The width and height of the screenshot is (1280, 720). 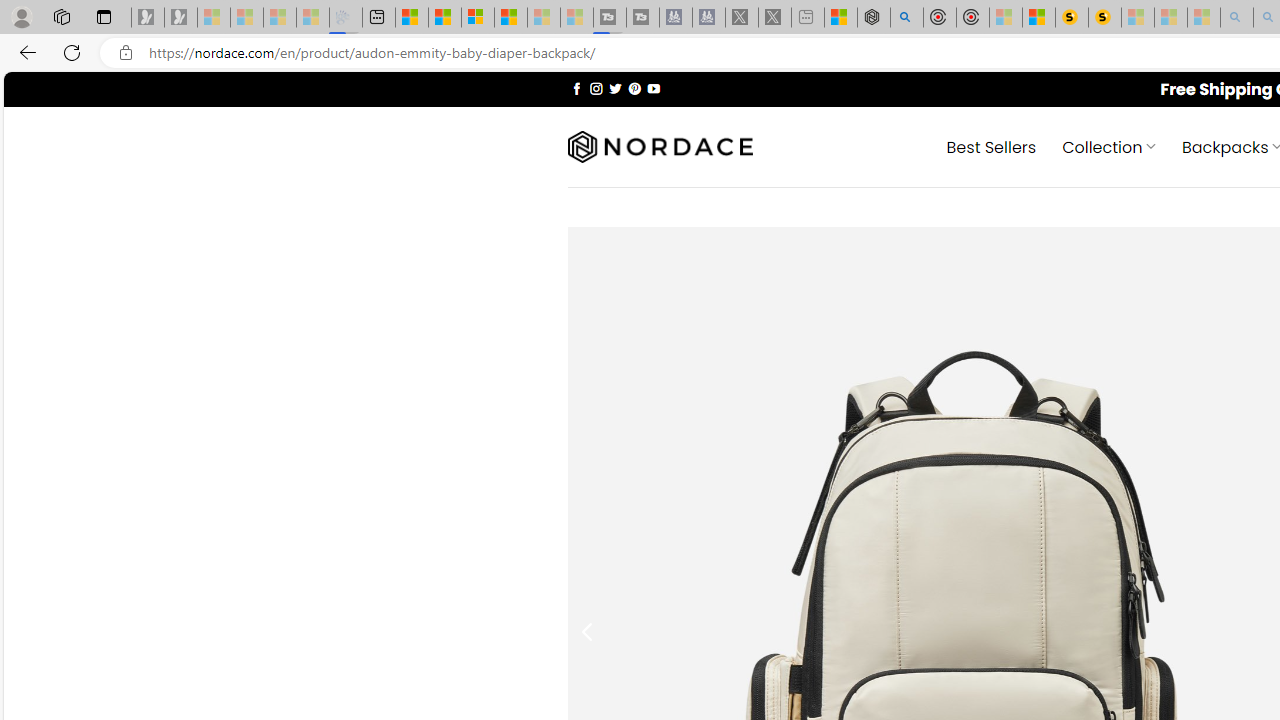 I want to click on 'Follow on Facebook', so click(x=576, y=87).